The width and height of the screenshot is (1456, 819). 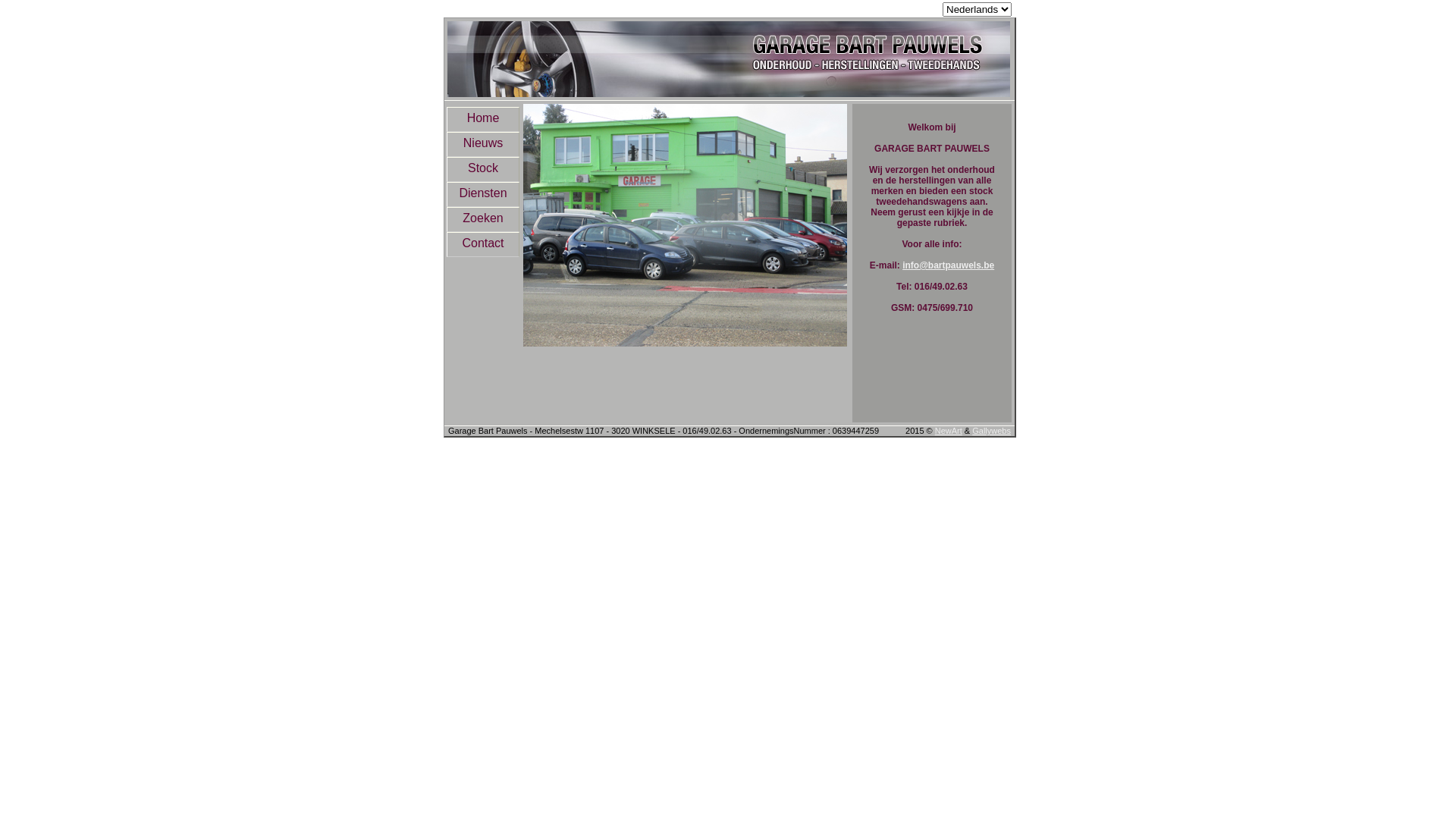 What do you see at coordinates (948, 430) in the screenshot?
I see `'NewArt'` at bounding box center [948, 430].